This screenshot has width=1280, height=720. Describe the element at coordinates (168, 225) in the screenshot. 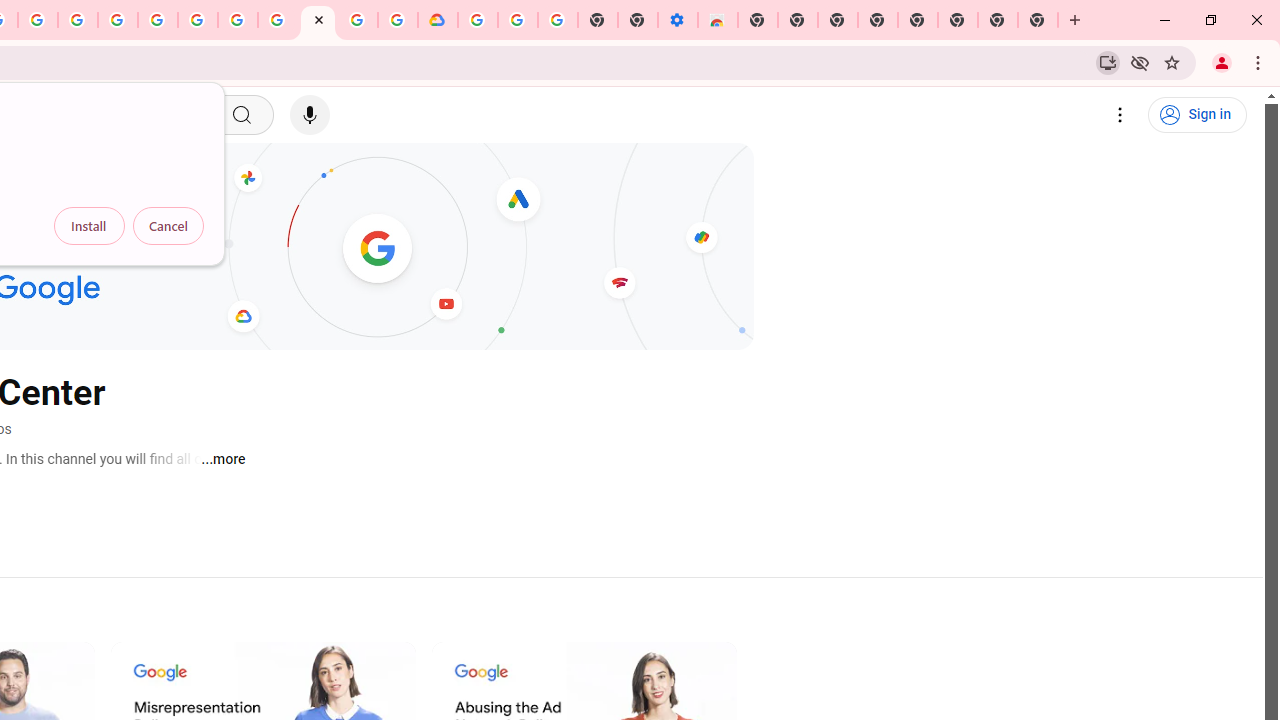

I see `'Cancel'` at that location.